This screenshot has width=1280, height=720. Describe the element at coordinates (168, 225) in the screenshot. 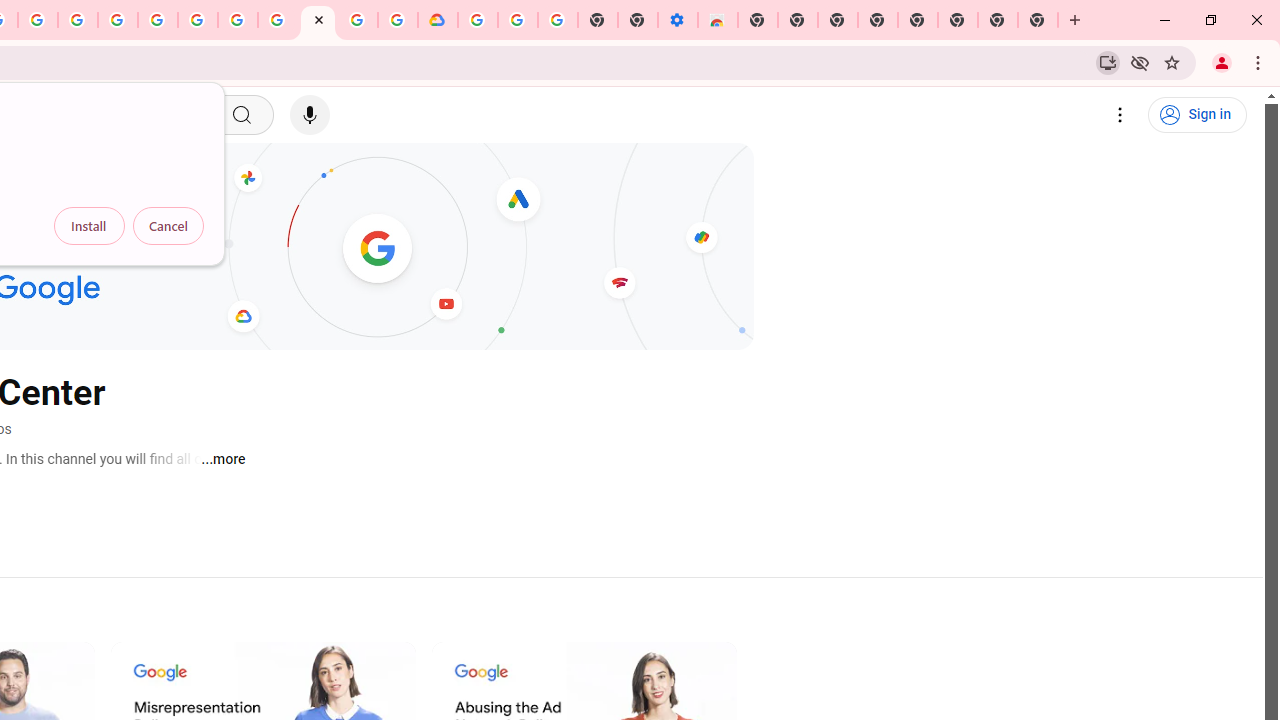

I see `'Cancel'` at that location.